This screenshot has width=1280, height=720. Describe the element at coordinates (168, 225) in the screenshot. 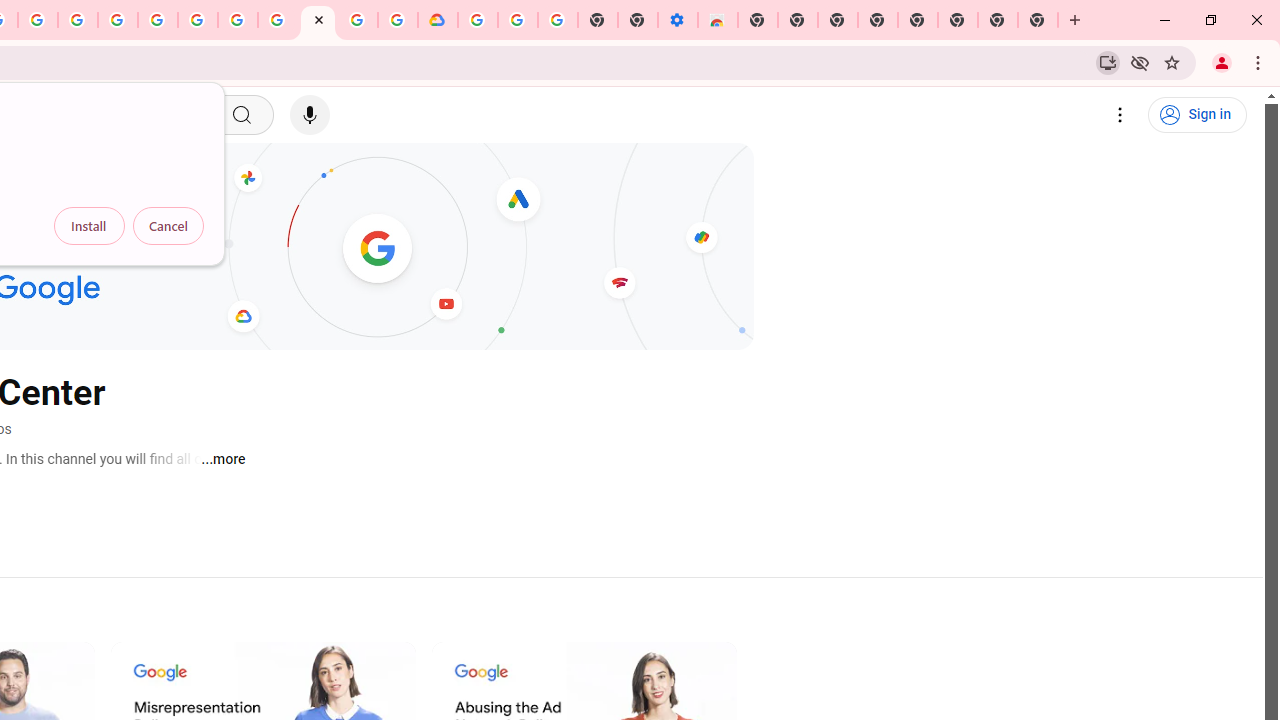

I see `'Cancel'` at that location.